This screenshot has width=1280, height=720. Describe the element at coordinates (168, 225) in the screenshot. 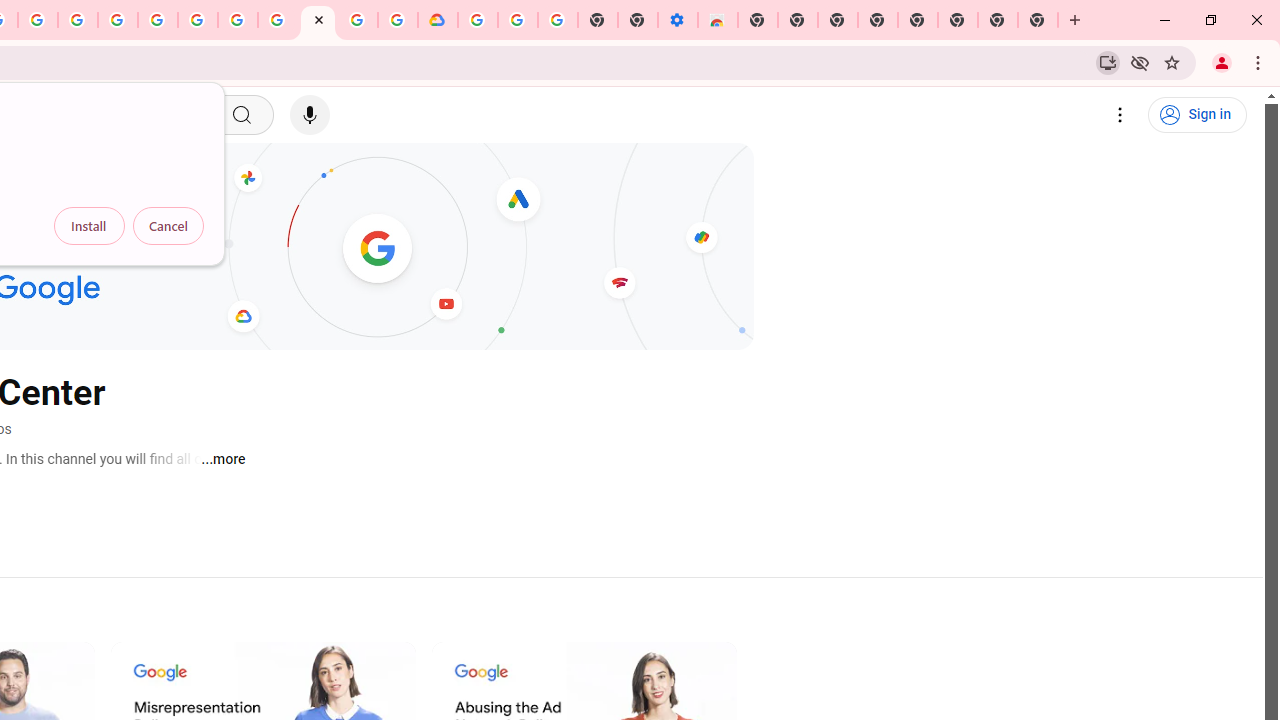

I see `'Cancel'` at that location.